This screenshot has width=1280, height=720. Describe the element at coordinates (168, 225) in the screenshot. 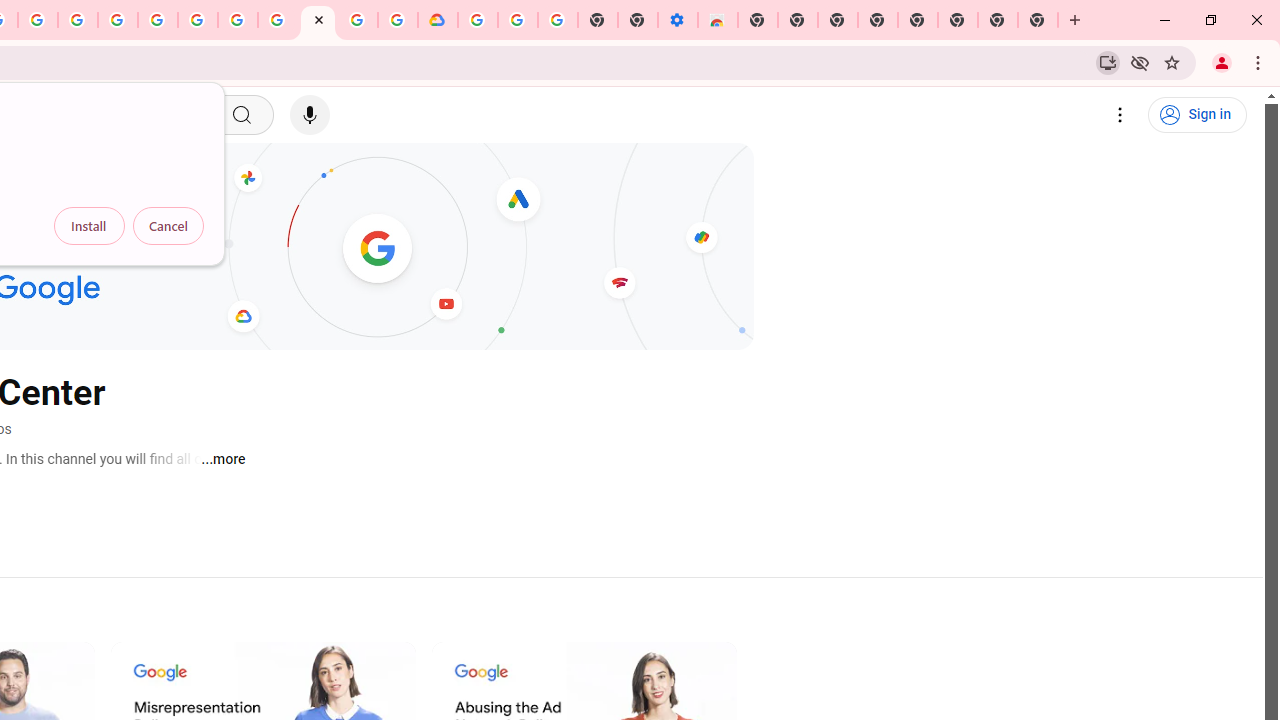

I see `'Cancel'` at that location.